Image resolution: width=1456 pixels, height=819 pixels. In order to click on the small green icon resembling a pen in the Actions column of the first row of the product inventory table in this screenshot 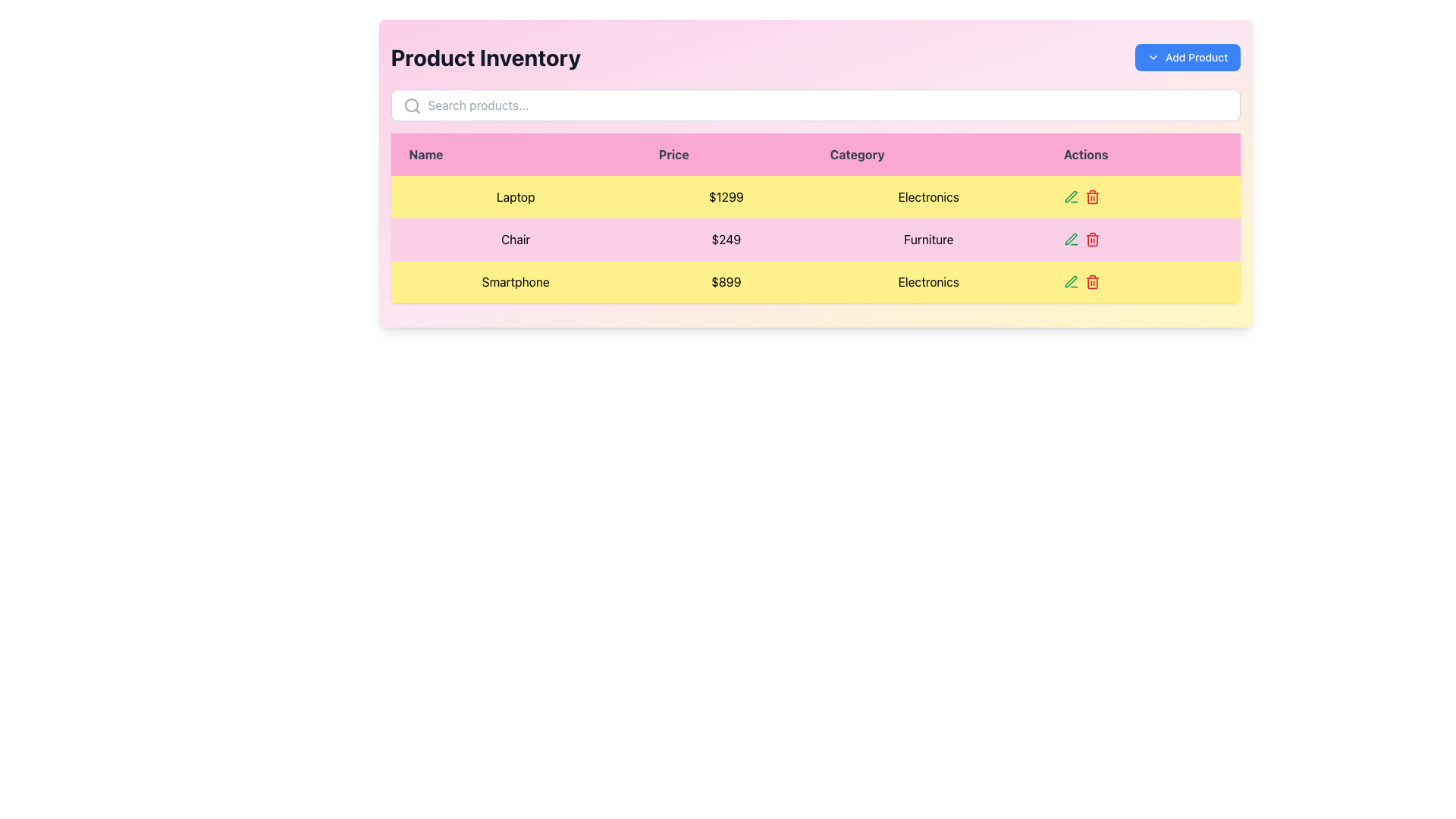, I will do `click(1070, 239)`.